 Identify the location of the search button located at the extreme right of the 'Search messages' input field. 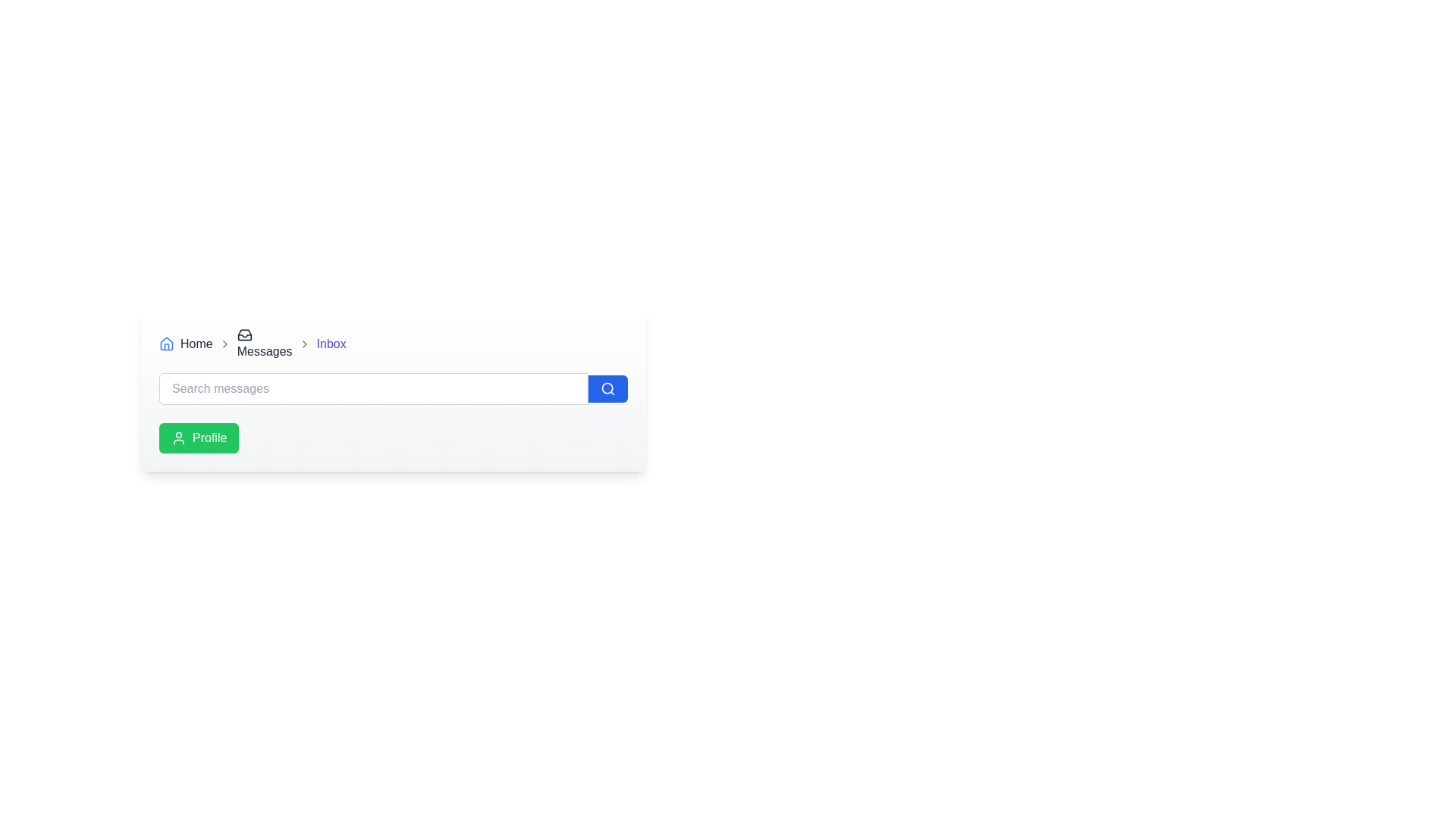
(607, 388).